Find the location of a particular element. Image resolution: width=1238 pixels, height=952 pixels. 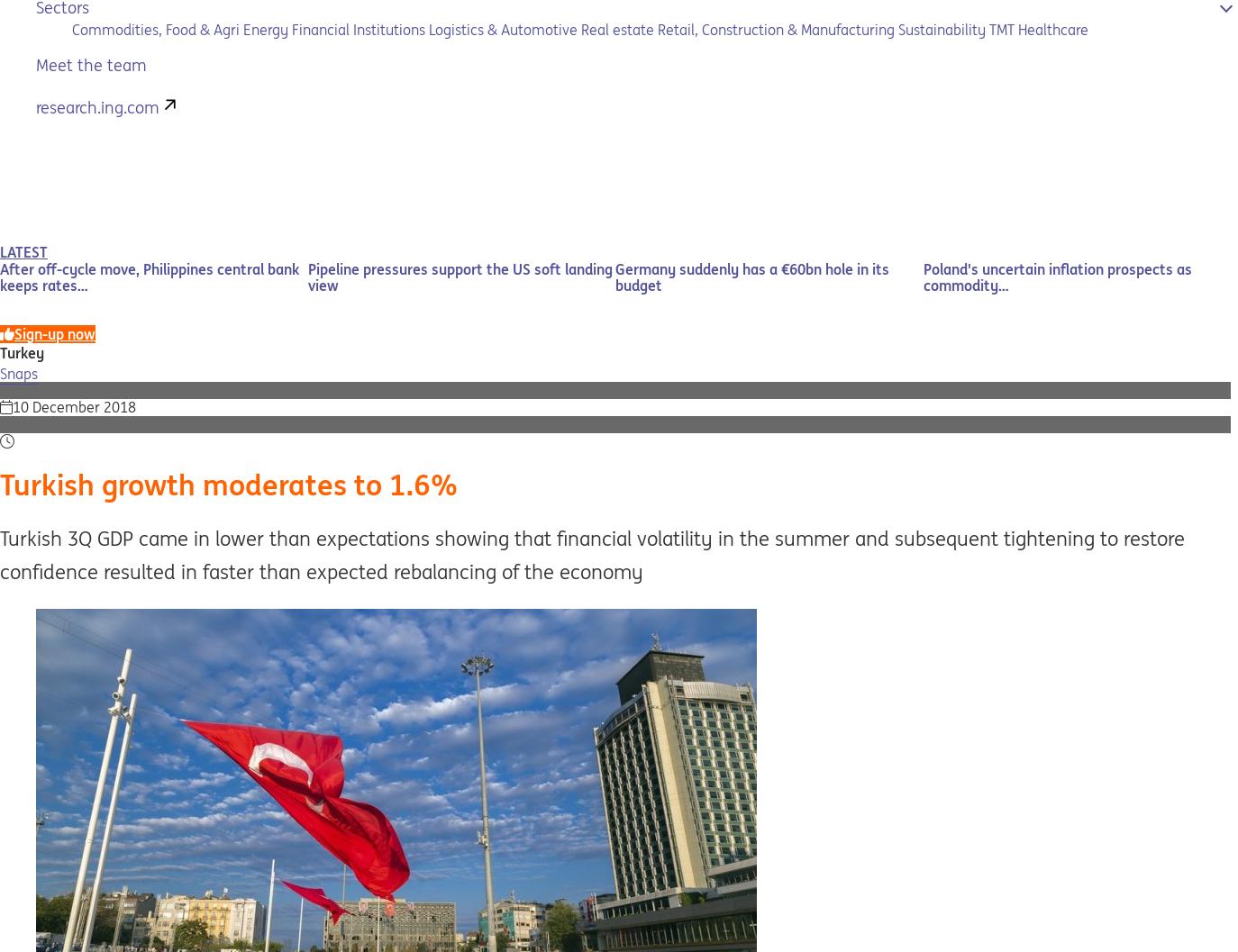

'After off-cycle move, Philippines central bank keeps rates…' is located at coordinates (148, 276).